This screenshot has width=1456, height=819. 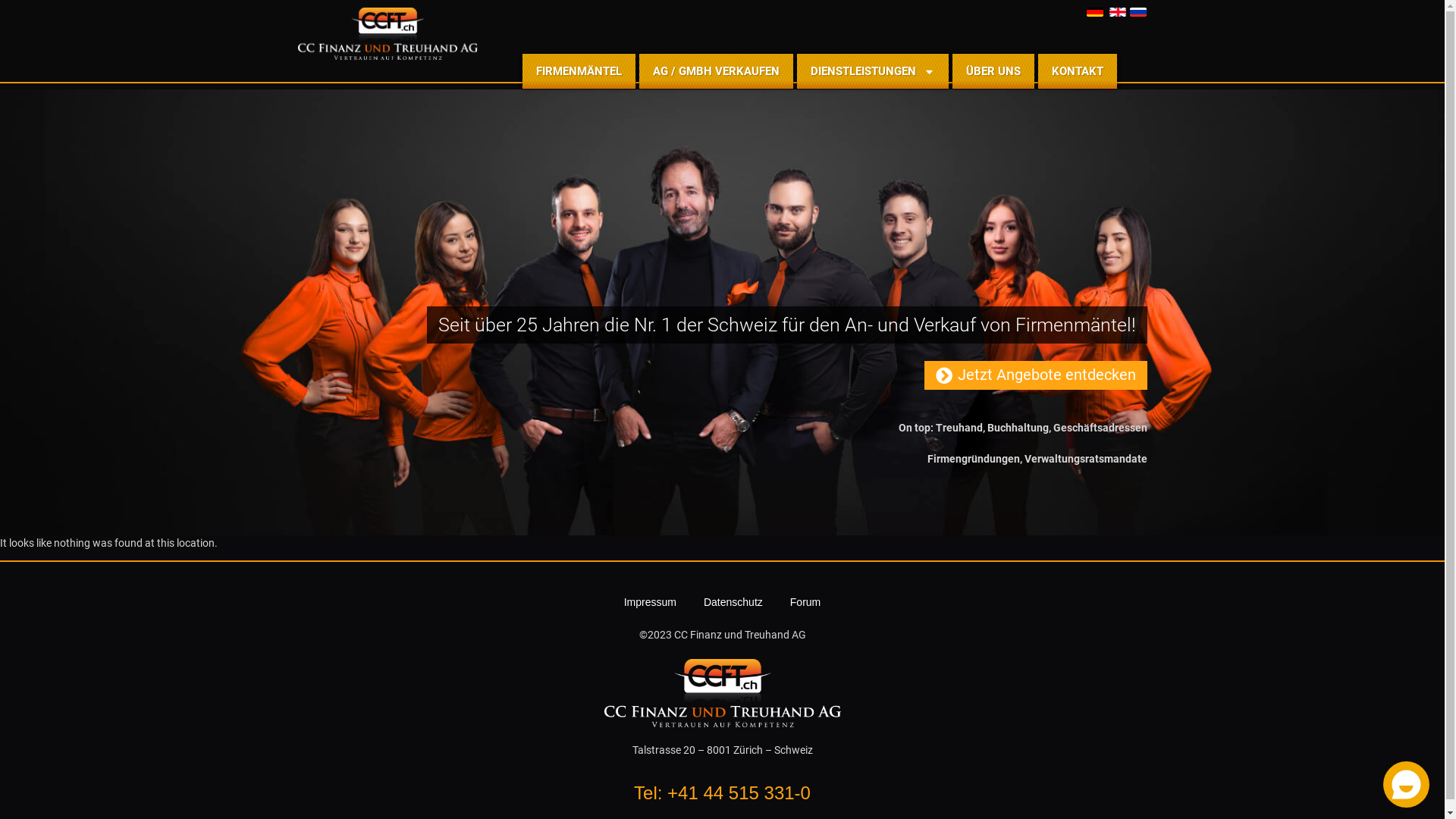 I want to click on 'AG / GMBH VERKAUFEN', so click(x=715, y=71).